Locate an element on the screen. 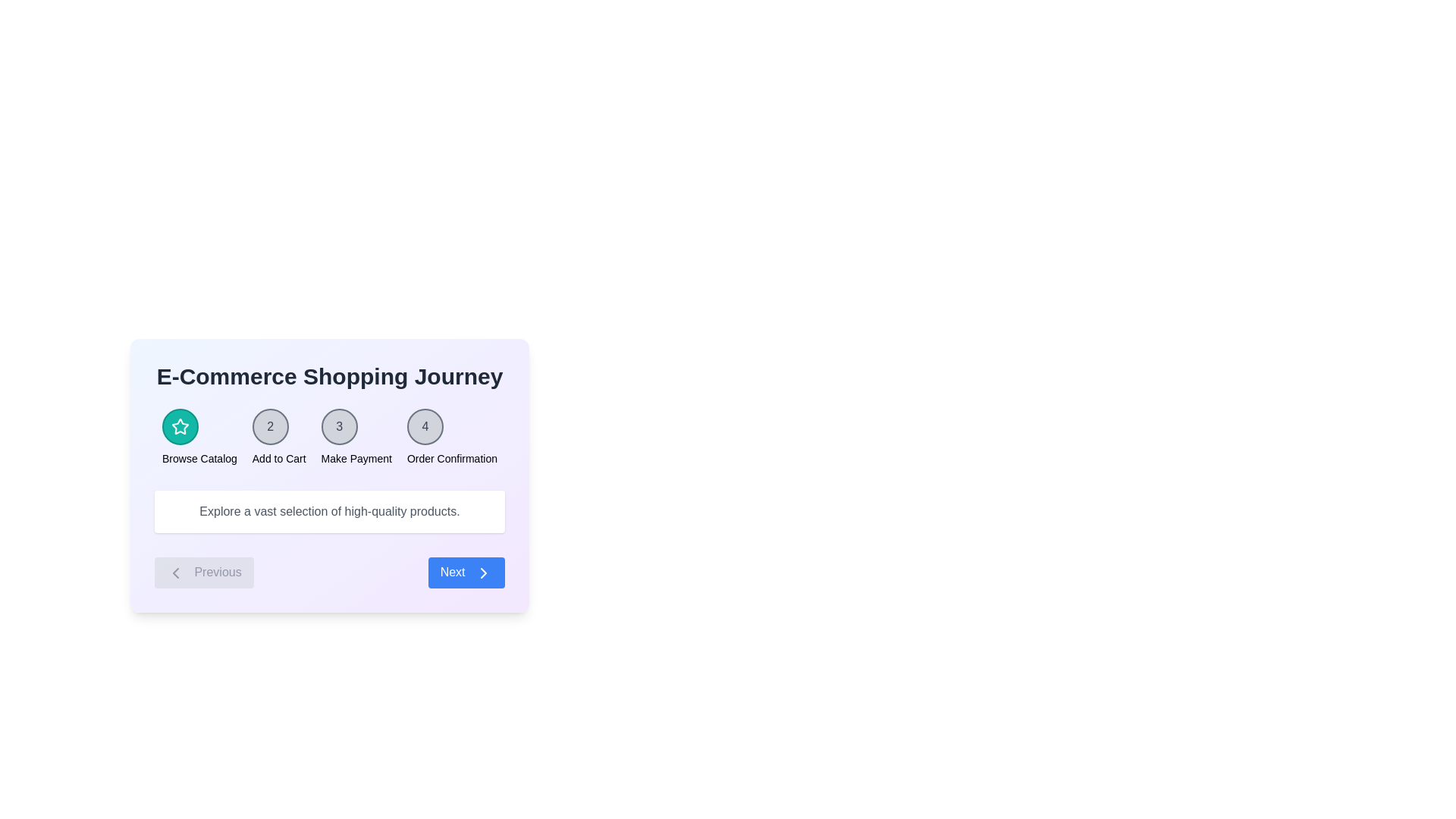  the small chevron-left icon located within the 'Previous' button at the bottom-left corner of the interface is located at coordinates (175, 573).